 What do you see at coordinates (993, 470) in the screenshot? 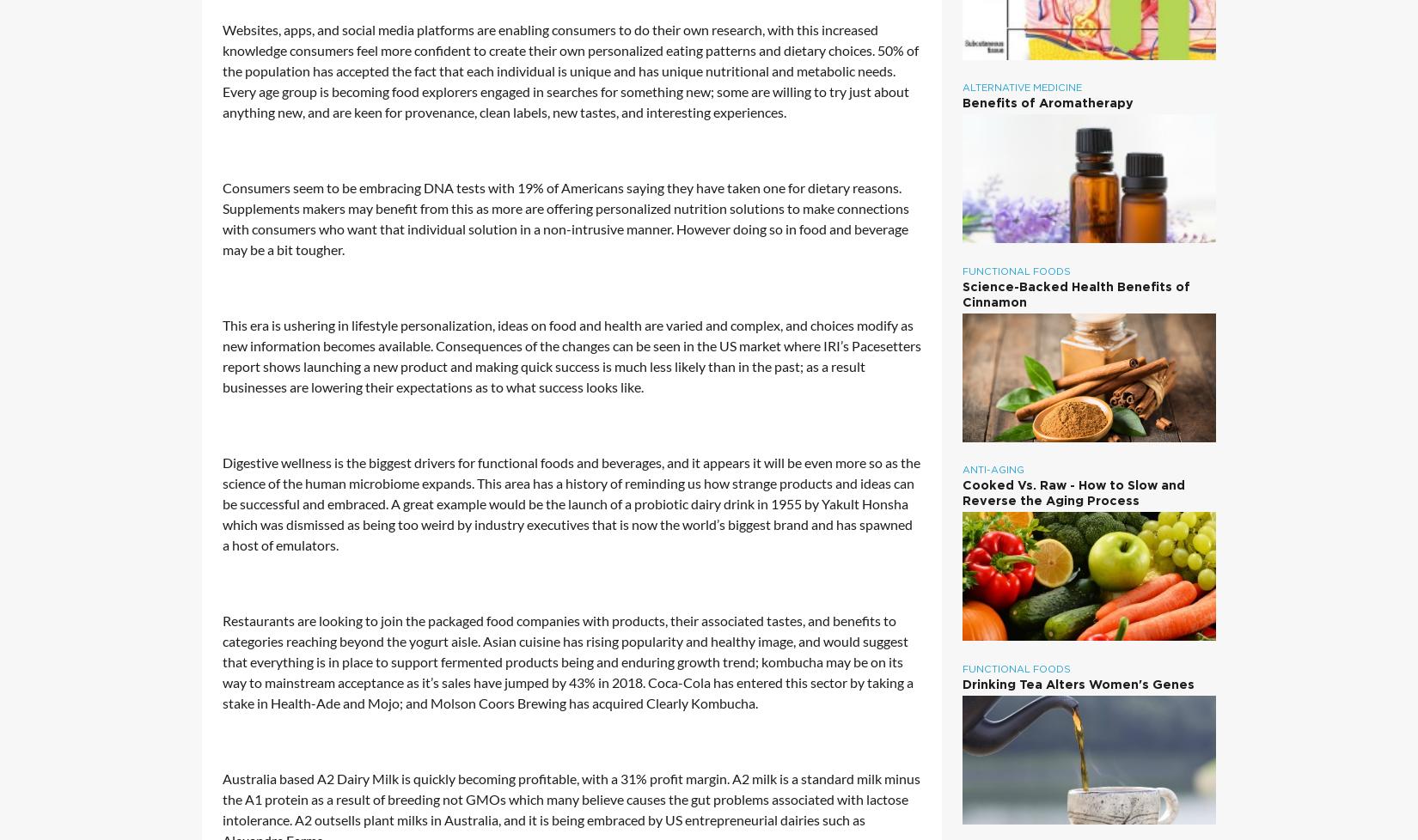
I see `'Anti-Aging'` at bounding box center [993, 470].